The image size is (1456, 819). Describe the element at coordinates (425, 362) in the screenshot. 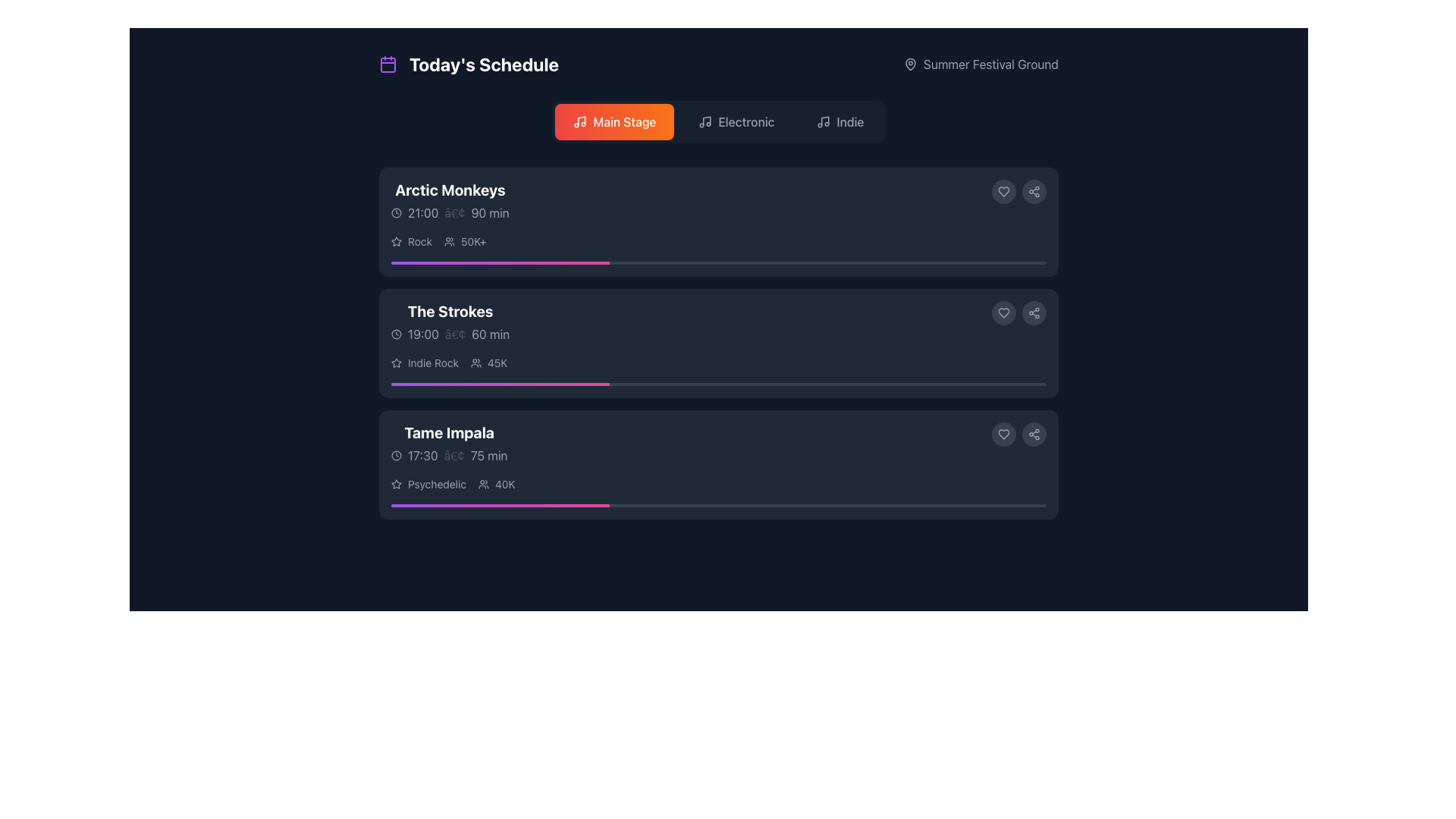

I see `the 'Indie Rock' text label with an icon located in the second row of metadata beneath 'The Strokes' title to interpret its content` at that location.